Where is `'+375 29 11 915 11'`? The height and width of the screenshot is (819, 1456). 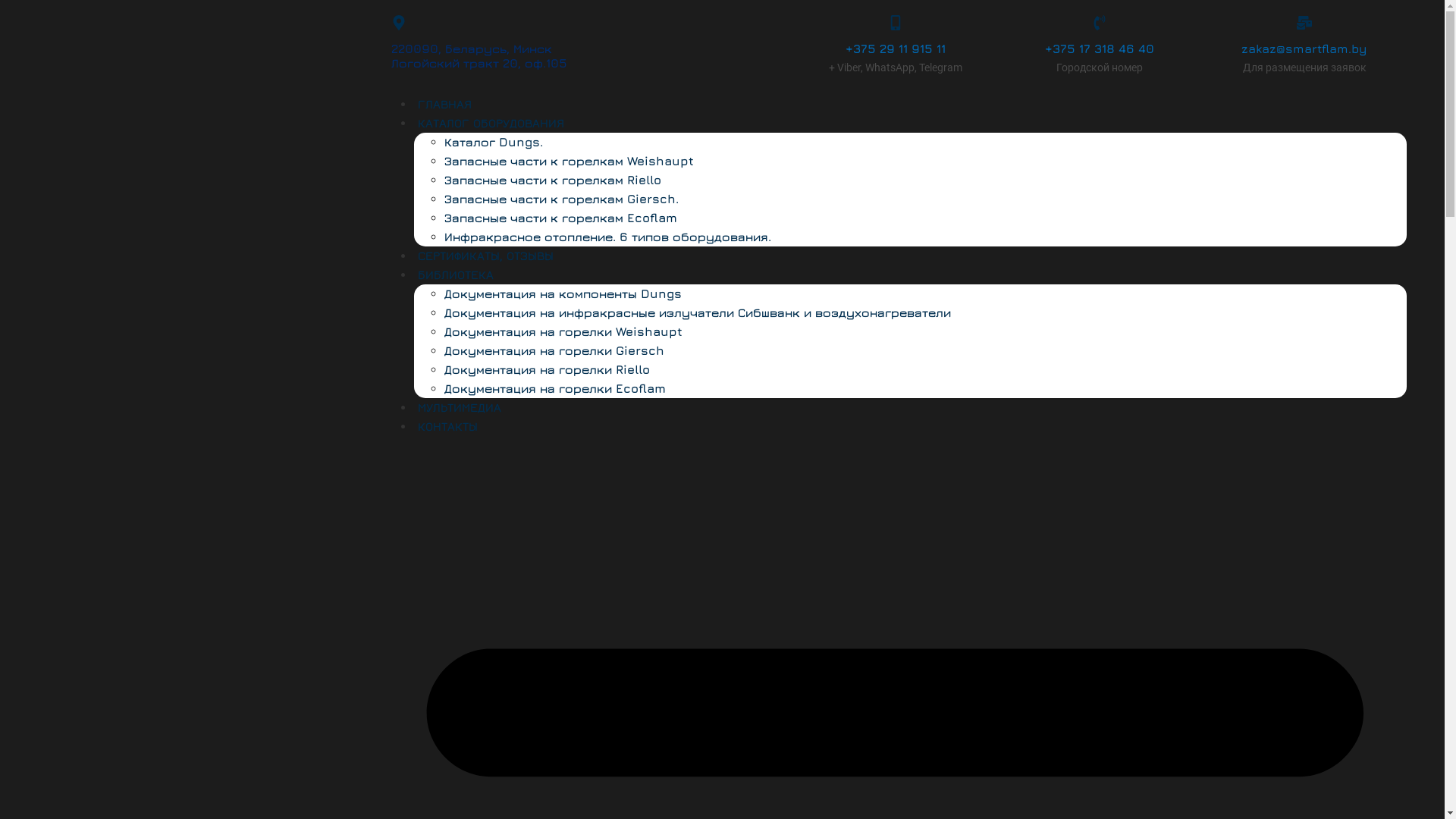
'+375 29 11 915 11' is located at coordinates (895, 48).